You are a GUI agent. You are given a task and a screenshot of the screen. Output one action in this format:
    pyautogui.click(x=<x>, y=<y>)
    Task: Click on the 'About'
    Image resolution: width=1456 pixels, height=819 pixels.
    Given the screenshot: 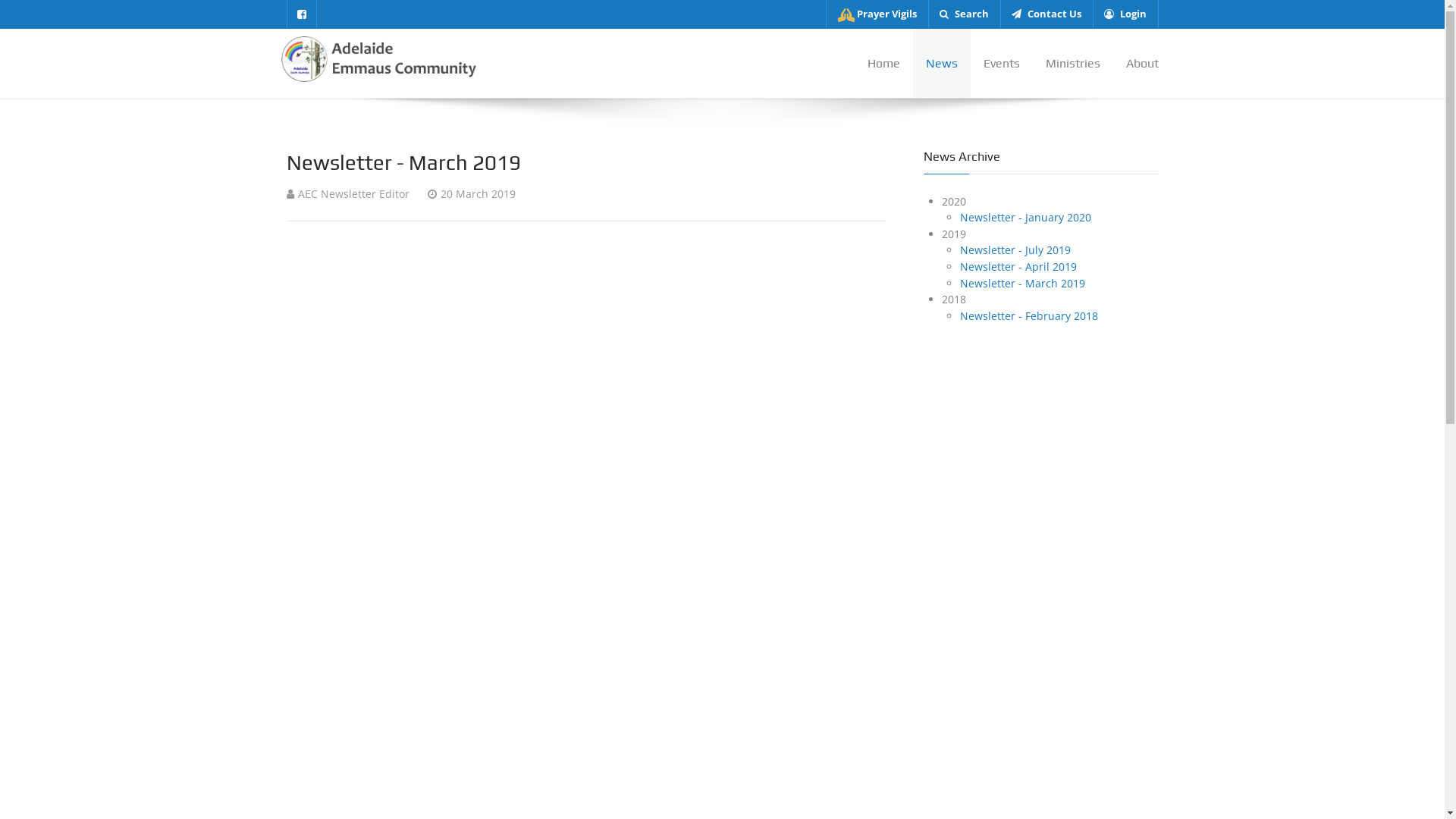 What is the action you would take?
    pyautogui.click(x=1135, y=62)
    